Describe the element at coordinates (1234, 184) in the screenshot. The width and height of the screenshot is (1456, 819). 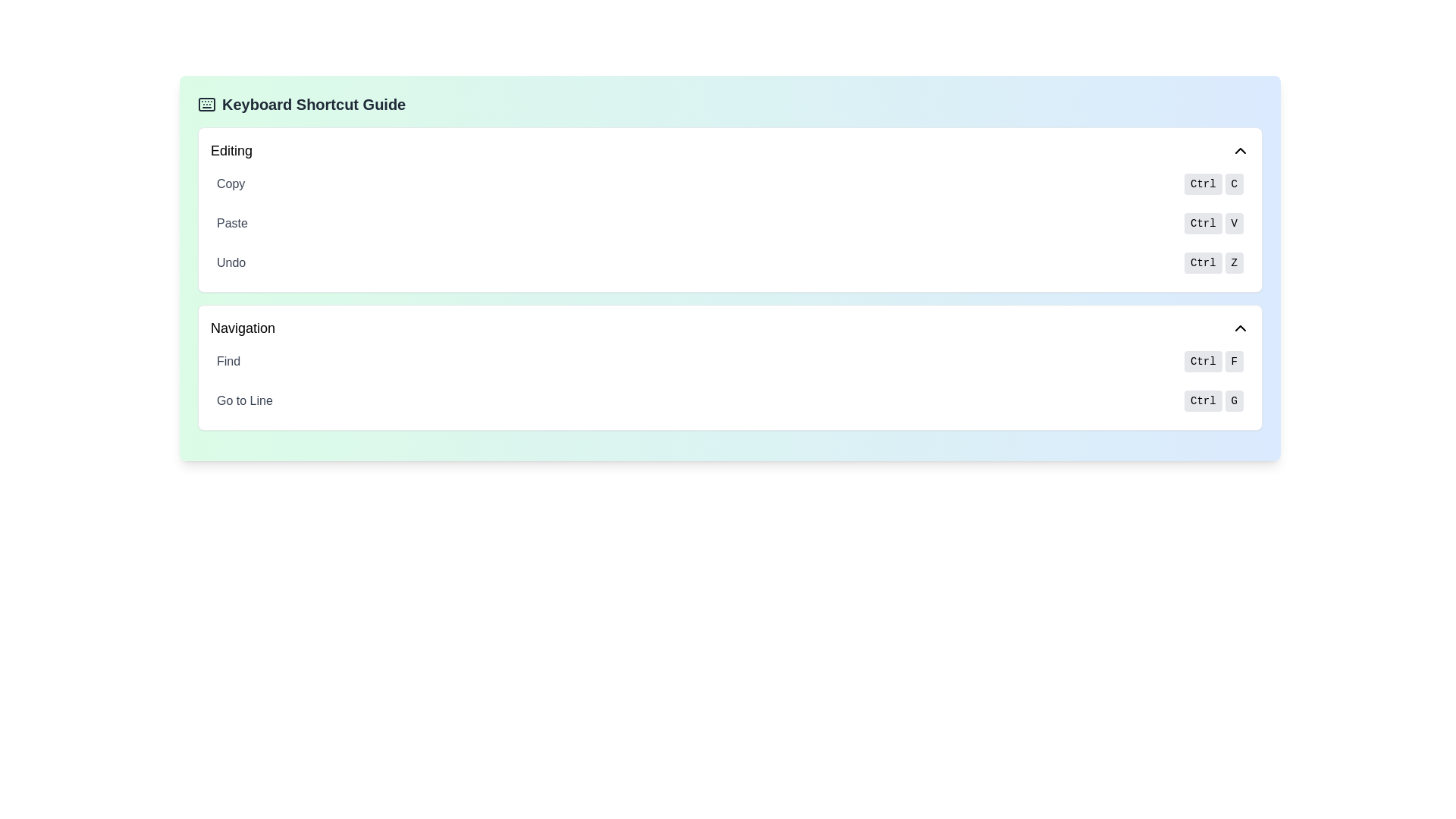
I see `the 'C' key representation in the keyboard shortcut for 'Copy', which is part of a group with 'Ctrl' on the right side of the 'Copy' section in the 'Editing' category` at that location.